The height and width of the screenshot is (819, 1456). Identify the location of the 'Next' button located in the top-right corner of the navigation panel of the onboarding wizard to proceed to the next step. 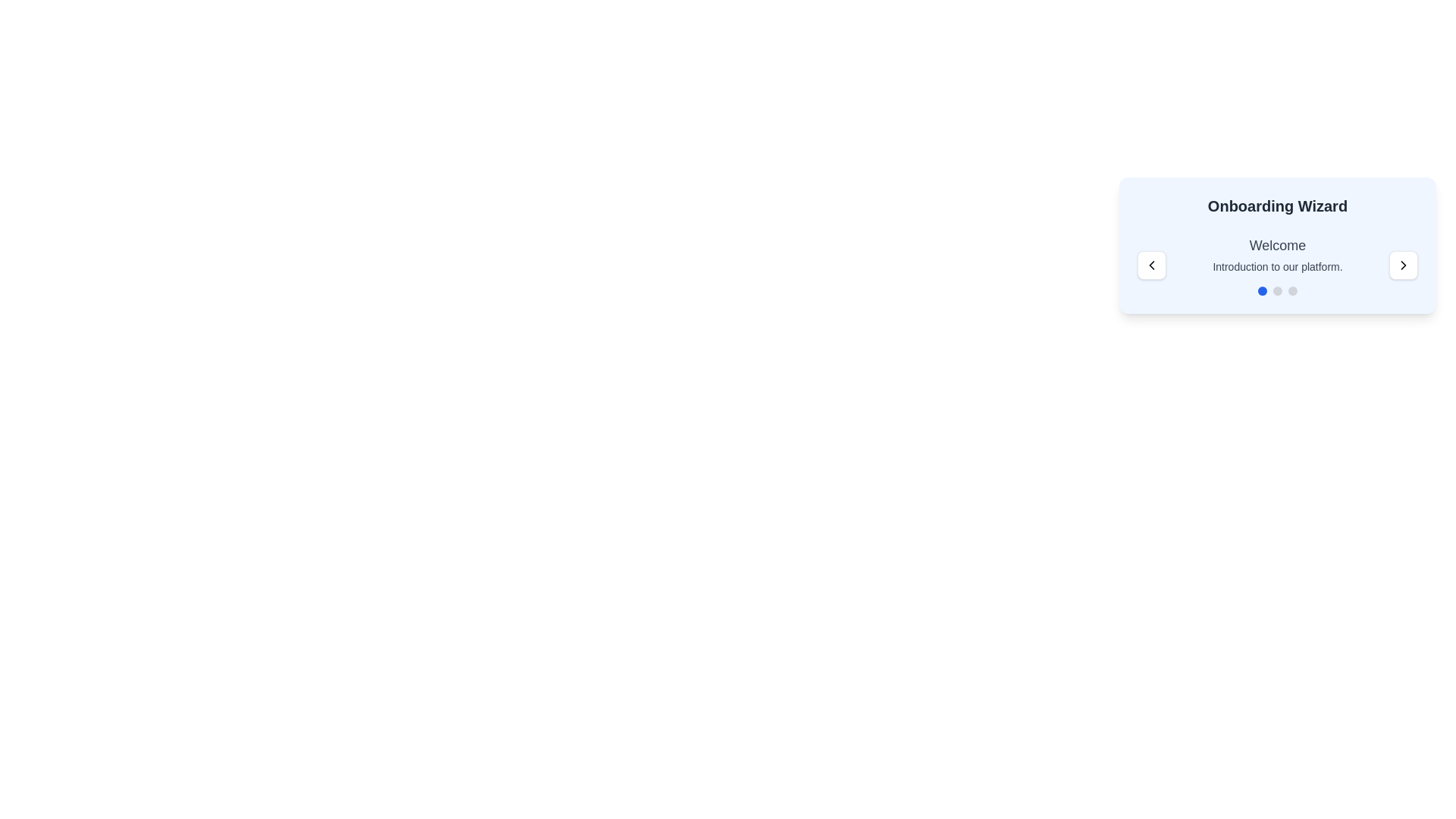
(1403, 265).